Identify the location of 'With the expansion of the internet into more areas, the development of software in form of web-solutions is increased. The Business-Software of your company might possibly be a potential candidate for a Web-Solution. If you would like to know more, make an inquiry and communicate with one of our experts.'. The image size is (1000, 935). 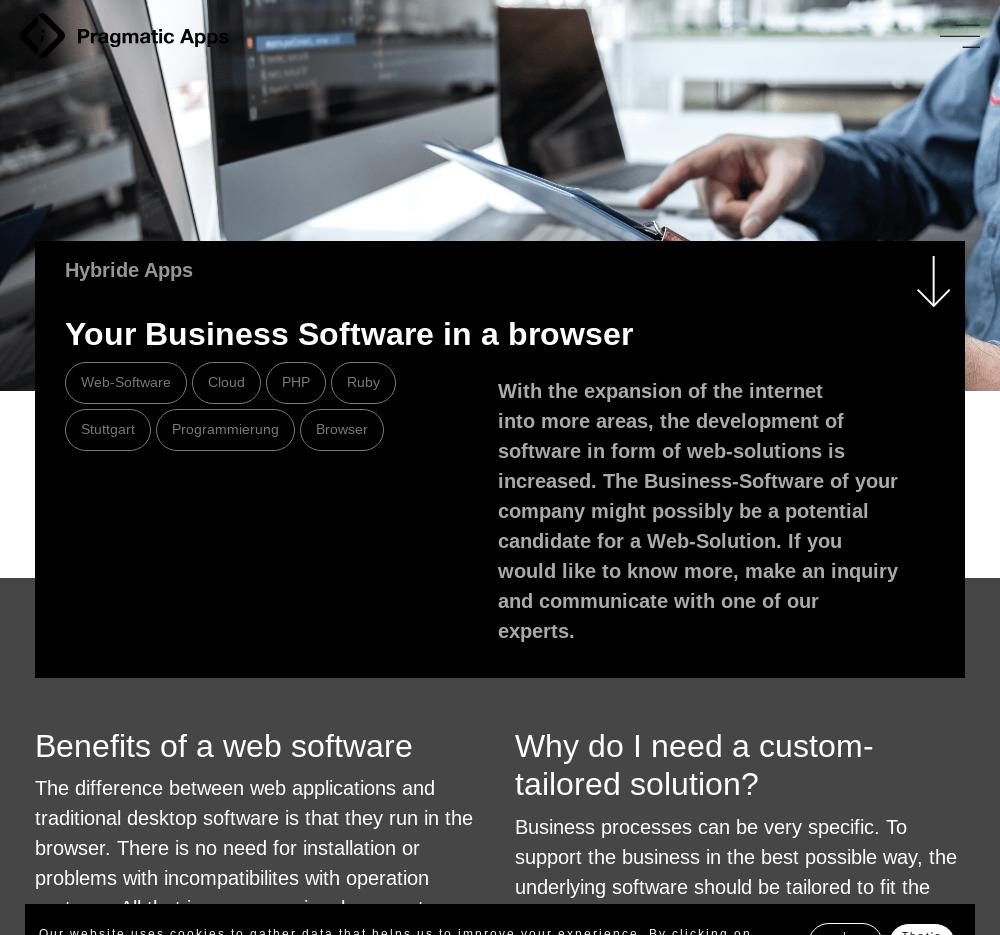
(697, 510).